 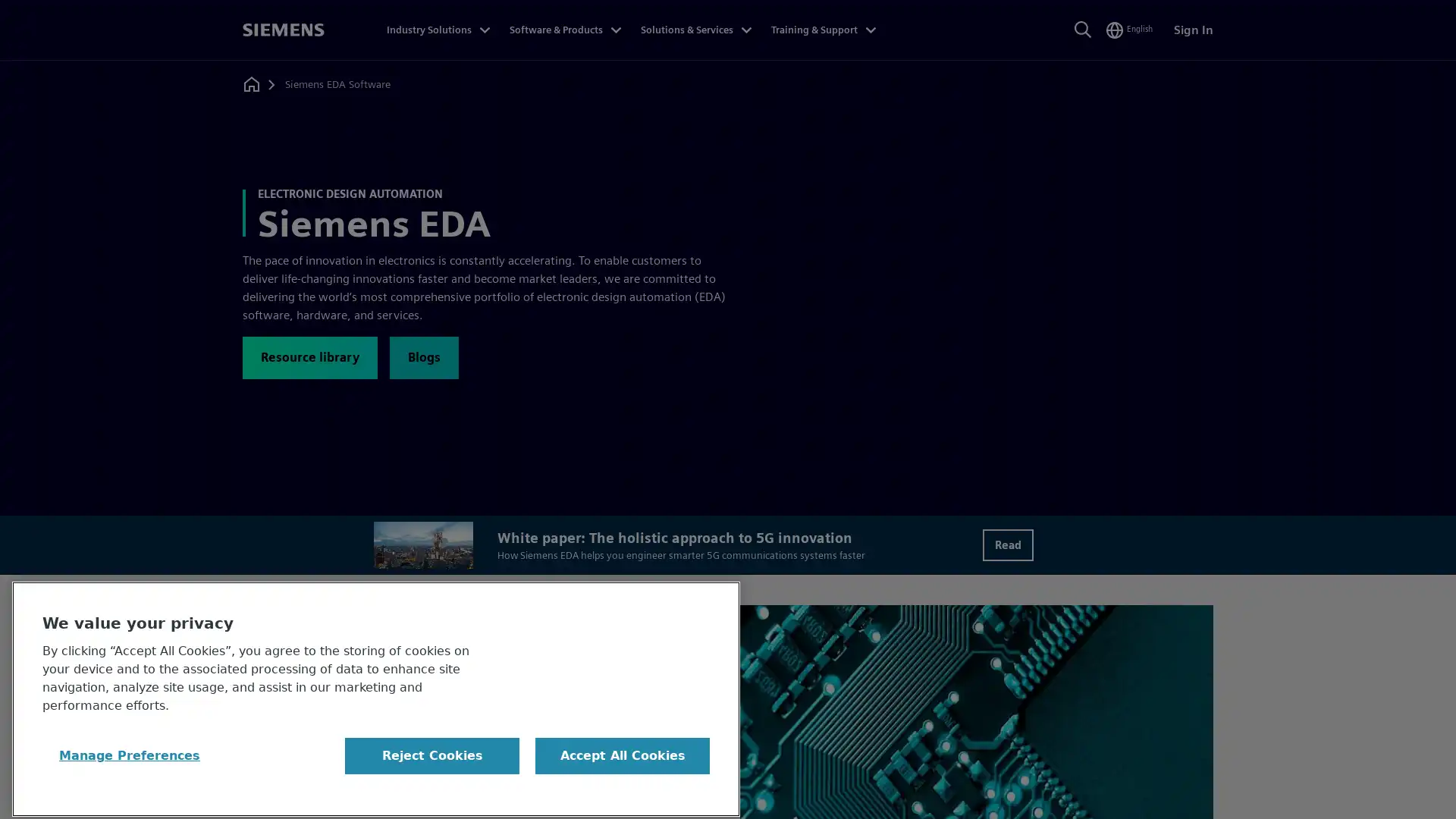 What do you see at coordinates (130, 745) in the screenshot?
I see `Manage Preferences` at bounding box center [130, 745].